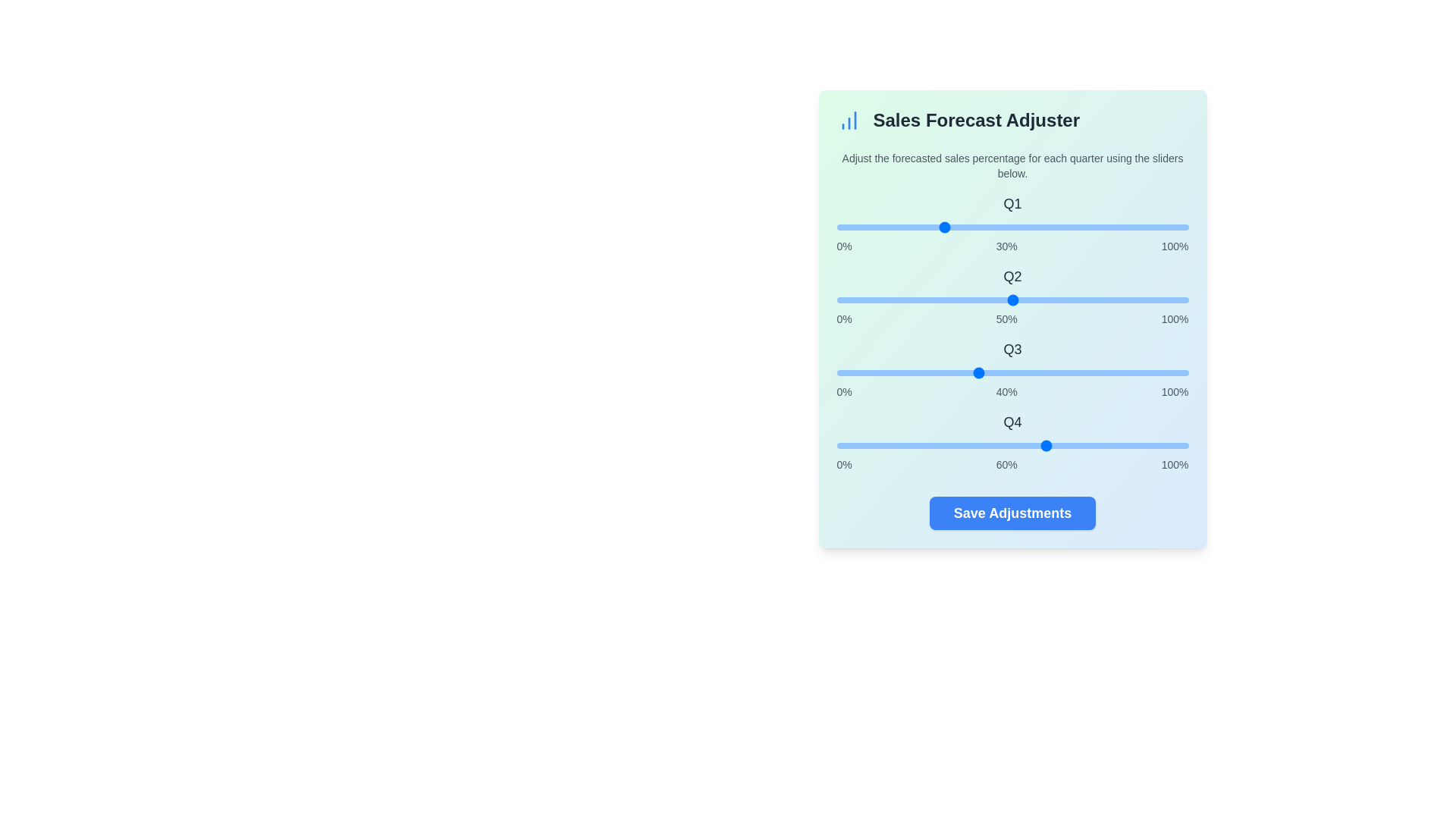  What do you see at coordinates (955, 373) in the screenshot?
I see `the Q3 slider to 34%` at bounding box center [955, 373].